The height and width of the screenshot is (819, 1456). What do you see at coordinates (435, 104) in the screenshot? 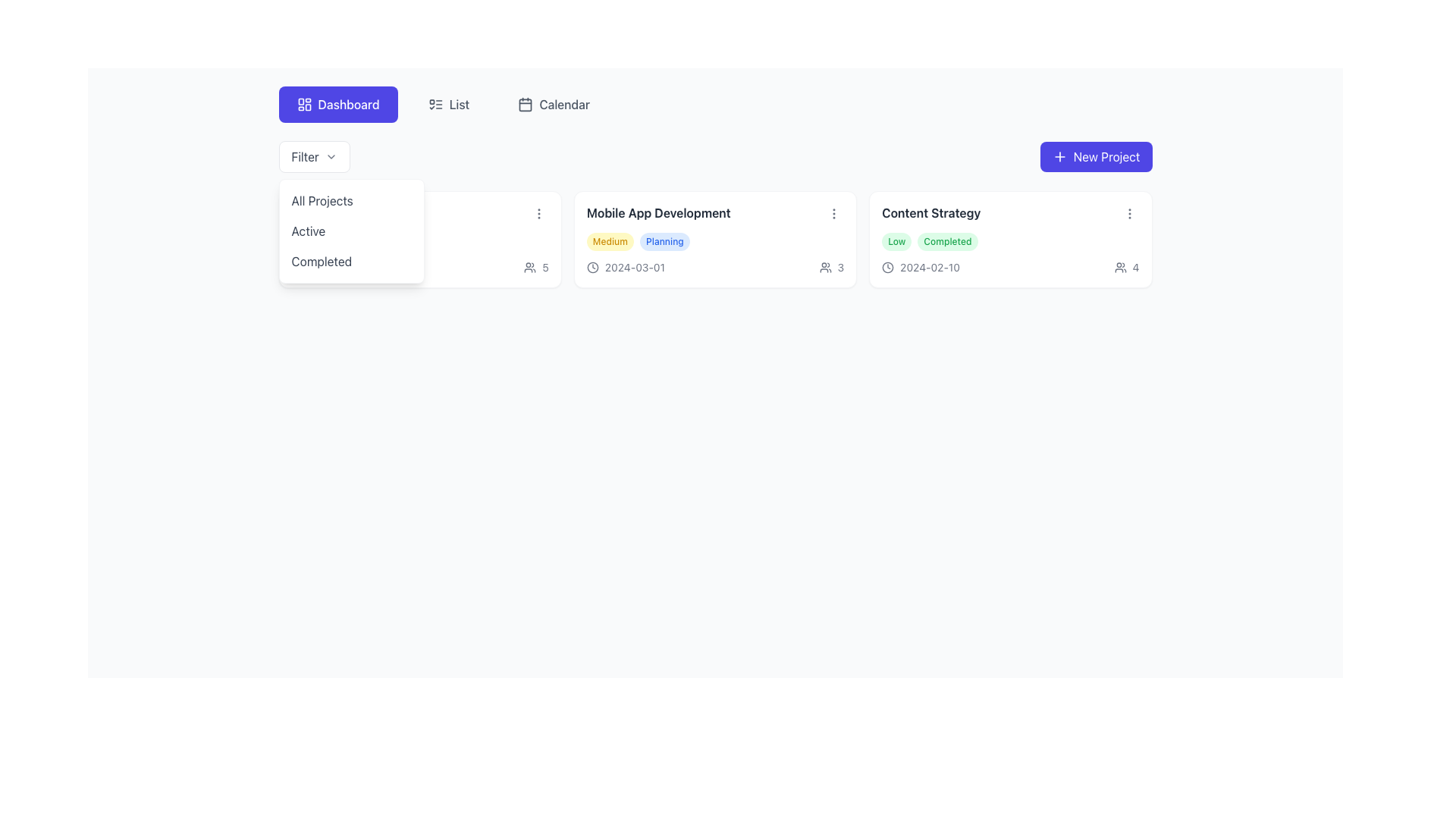
I see `the to-do list icon in the navigation menu, located to the right of the 'Dashboard' button and adjacent to the text 'List'` at bounding box center [435, 104].